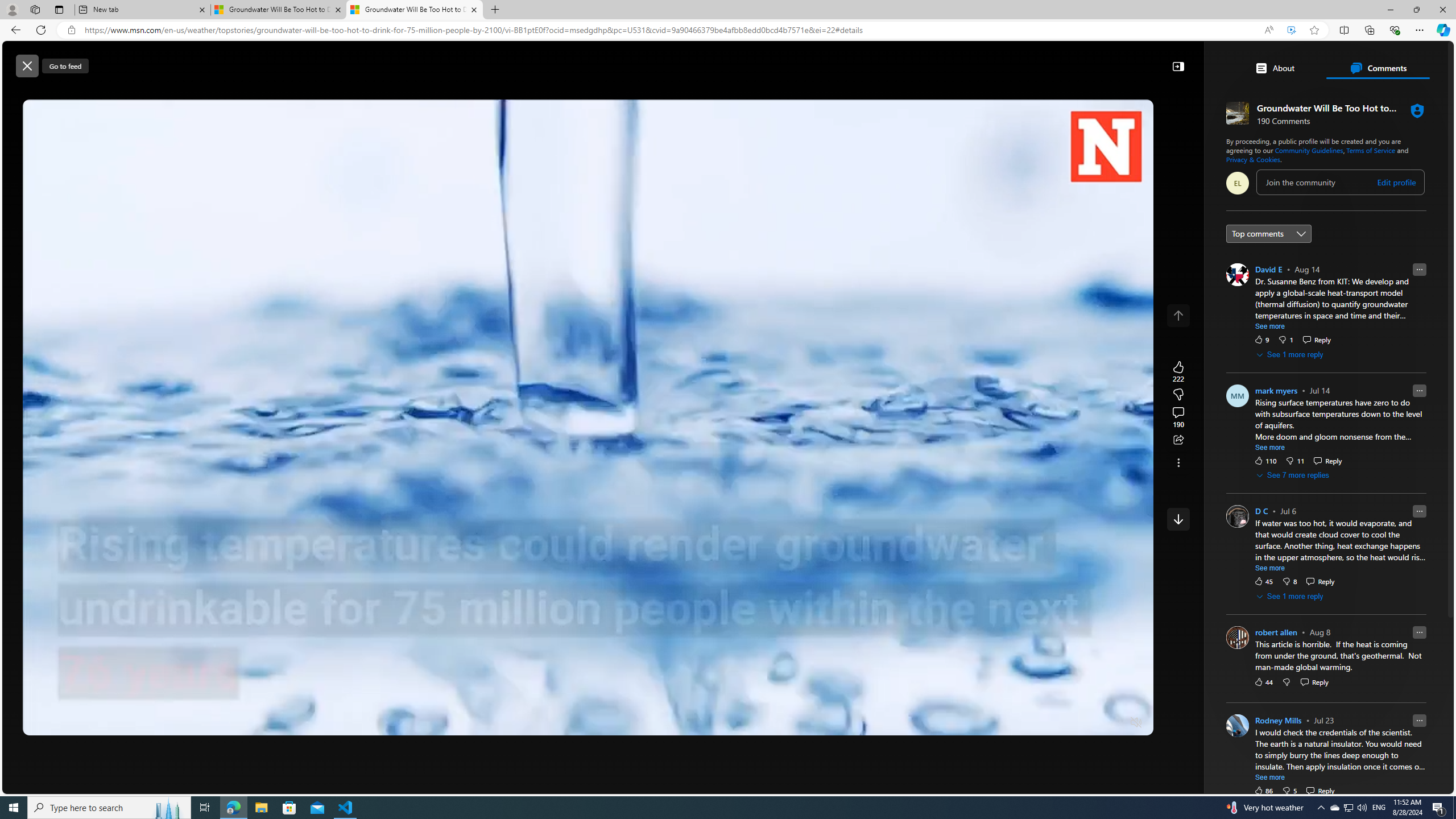 Image resolution: width=1456 pixels, height=819 pixels. Describe the element at coordinates (1428, 60) in the screenshot. I see `'Open settings'` at that location.